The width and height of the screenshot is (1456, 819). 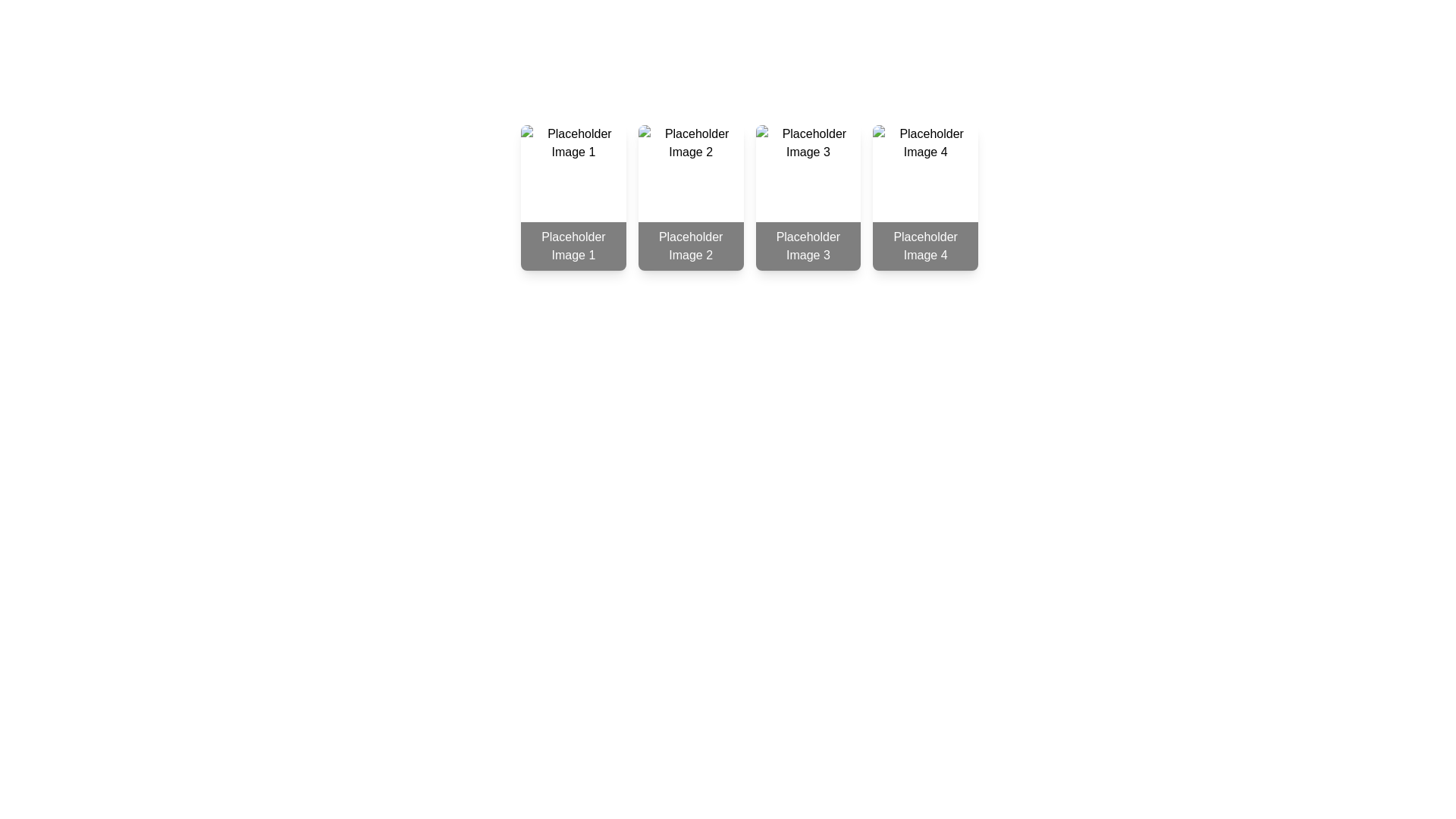 What do you see at coordinates (573, 197) in the screenshot?
I see `the Card component located in the first column of the grid layout` at bounding box center [573, 197].